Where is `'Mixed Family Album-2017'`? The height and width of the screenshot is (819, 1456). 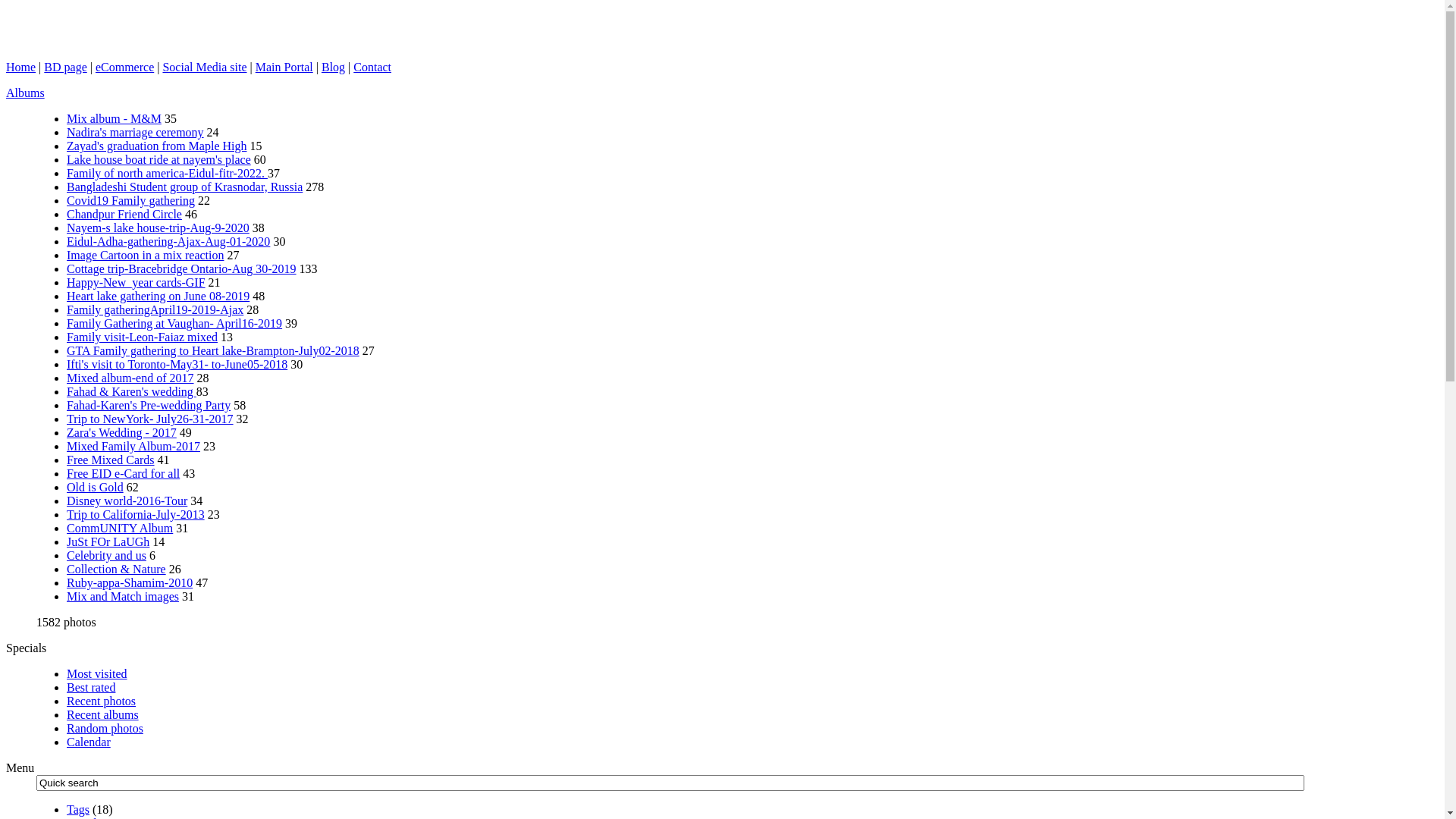
'Mixed Family Album-2017' is located at coordinates (133, 445).